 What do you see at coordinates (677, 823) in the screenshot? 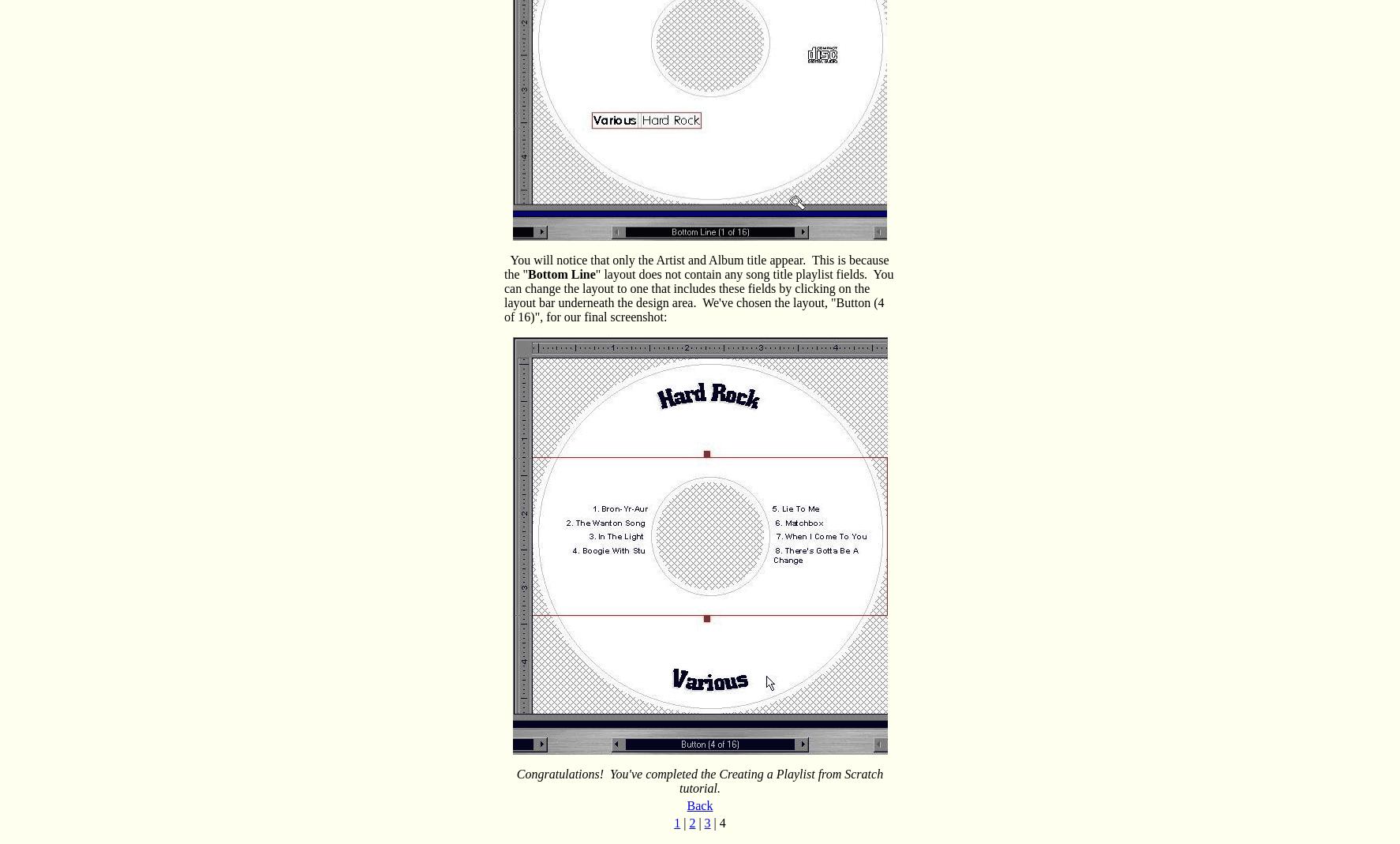
I see `'1'` at bounding box center [677, 823].